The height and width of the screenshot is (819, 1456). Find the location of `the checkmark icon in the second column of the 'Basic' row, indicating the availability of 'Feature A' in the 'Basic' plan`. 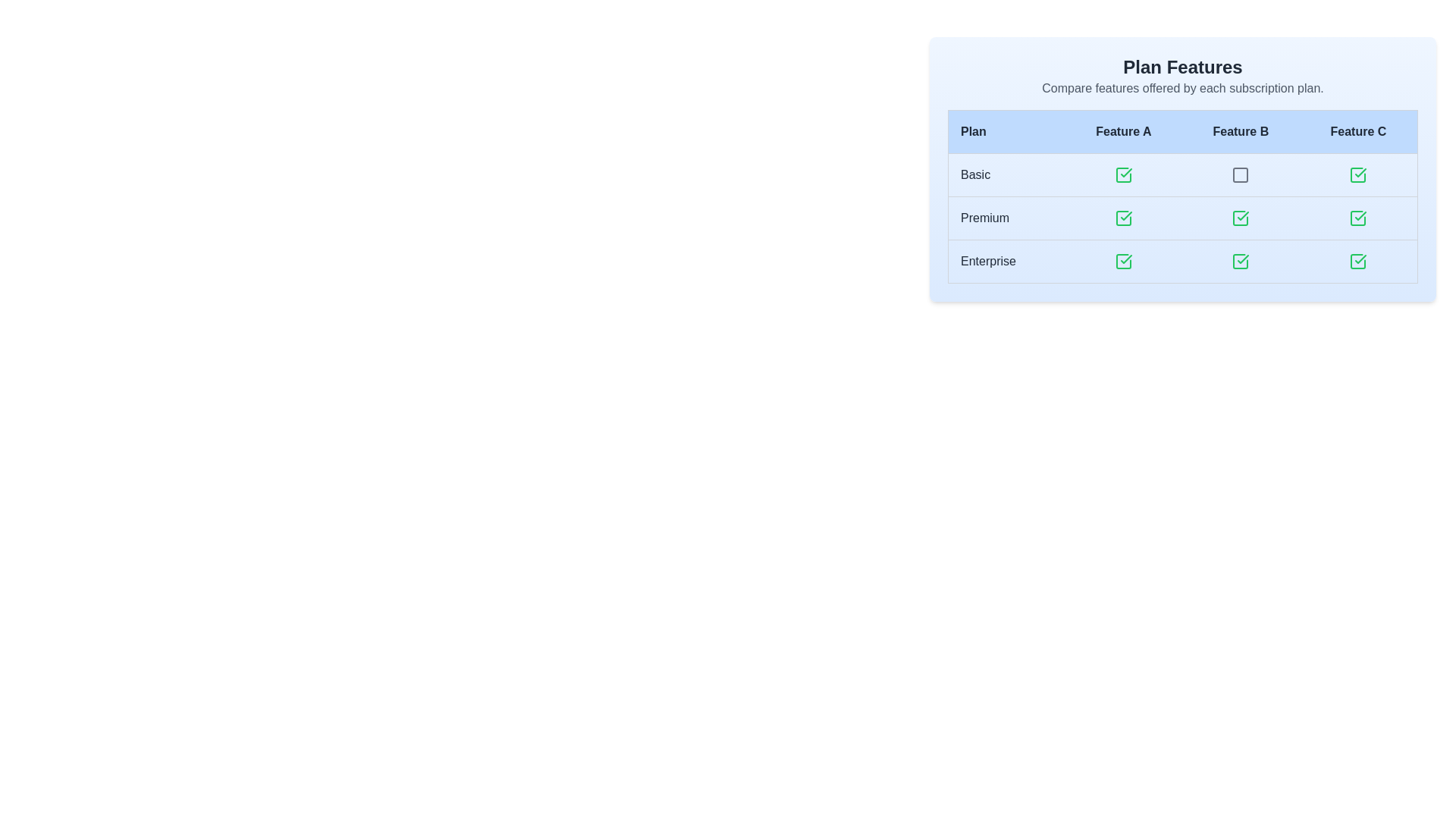

the checkmark icon in the second column of the 'Basic' row, indicating the availability of 'Feature A' in the 'Basic' plan is located at coordinates (1123, 174).